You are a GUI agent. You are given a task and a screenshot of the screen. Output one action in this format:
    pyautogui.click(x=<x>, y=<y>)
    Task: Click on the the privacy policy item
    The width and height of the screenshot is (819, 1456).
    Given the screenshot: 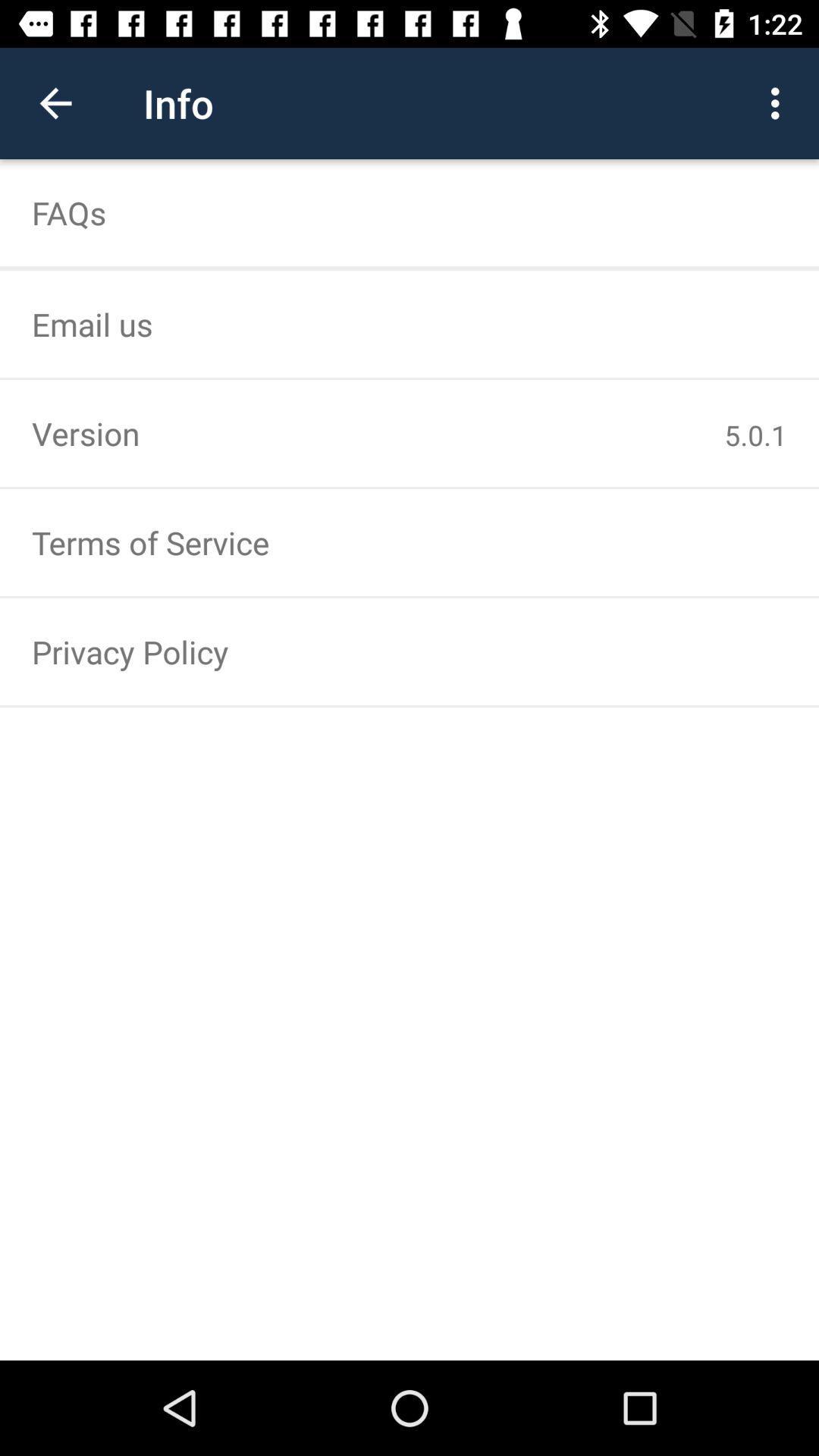 What is the action you would take?
    pyautogui.click(x=409, y=651)
    